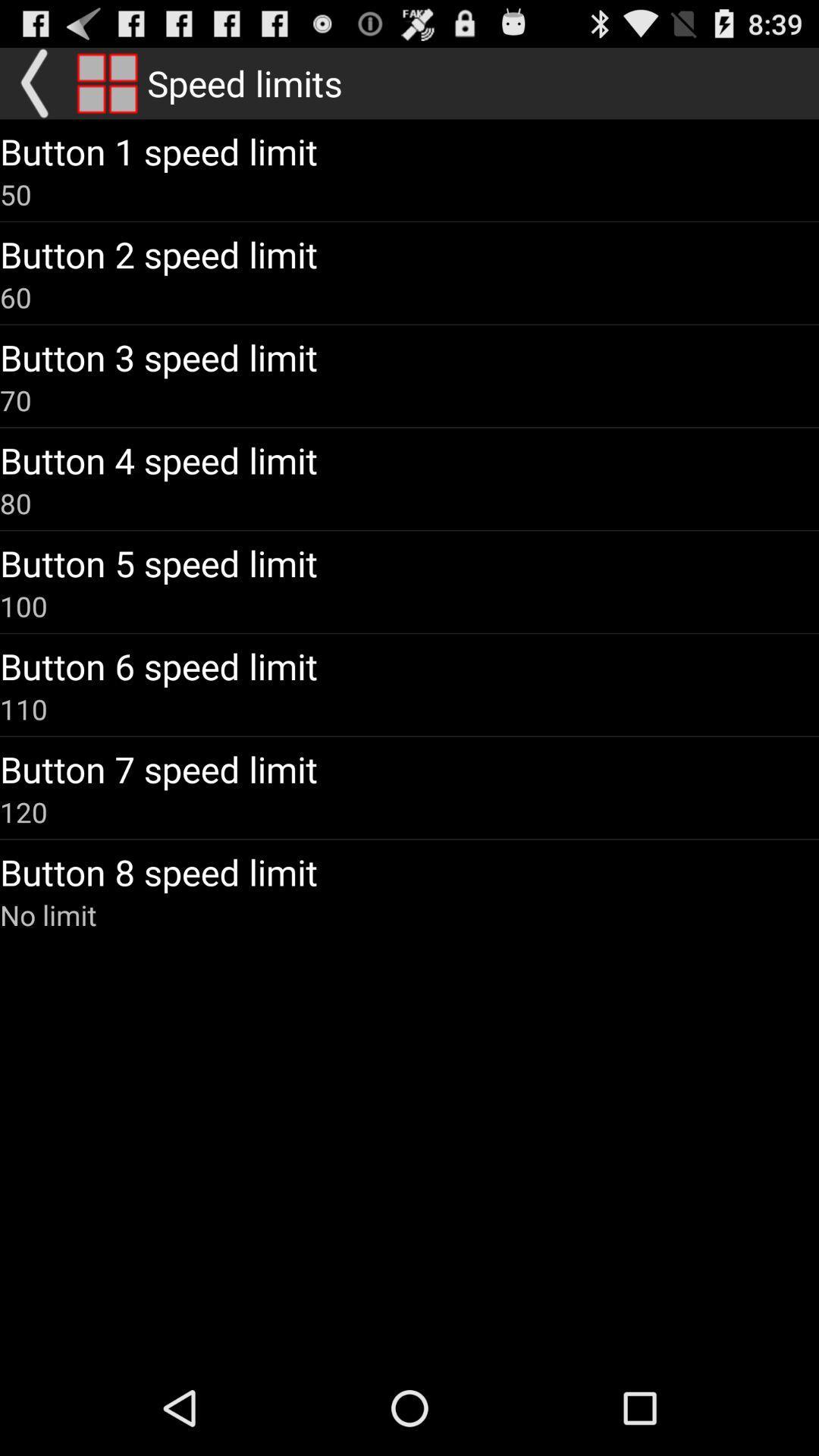  I want to click on 120 item, so click(24, 811).